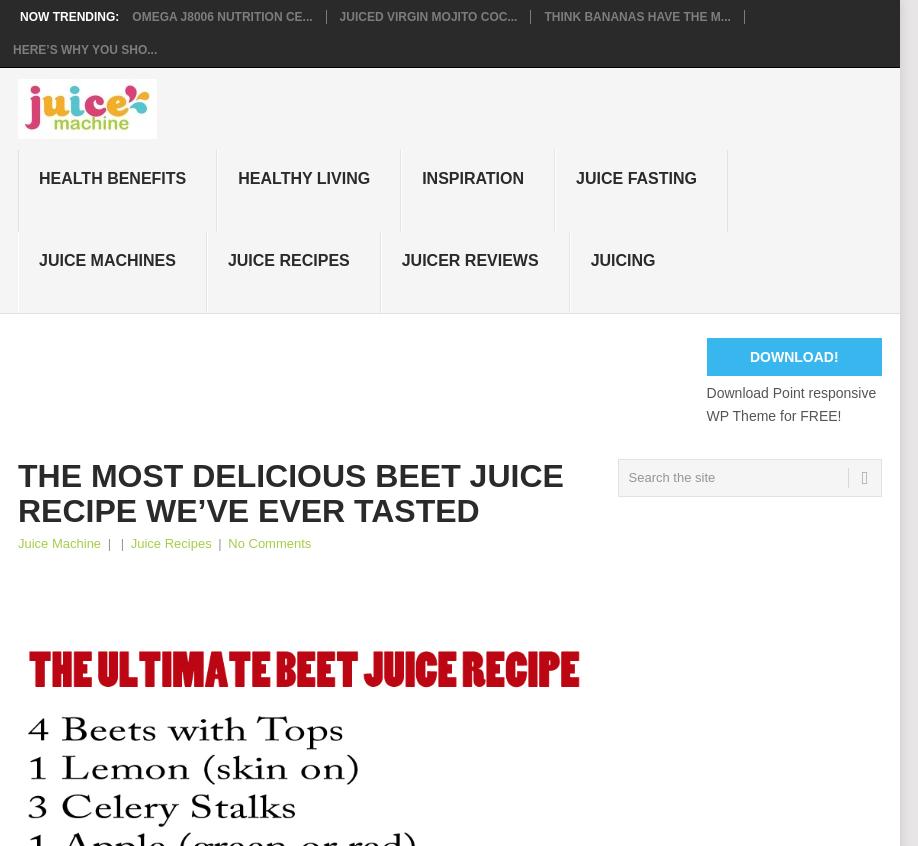 The width and height of the screenshot is (918, 846). I want to click on 'Juicer Reviews', so click(469, 259).